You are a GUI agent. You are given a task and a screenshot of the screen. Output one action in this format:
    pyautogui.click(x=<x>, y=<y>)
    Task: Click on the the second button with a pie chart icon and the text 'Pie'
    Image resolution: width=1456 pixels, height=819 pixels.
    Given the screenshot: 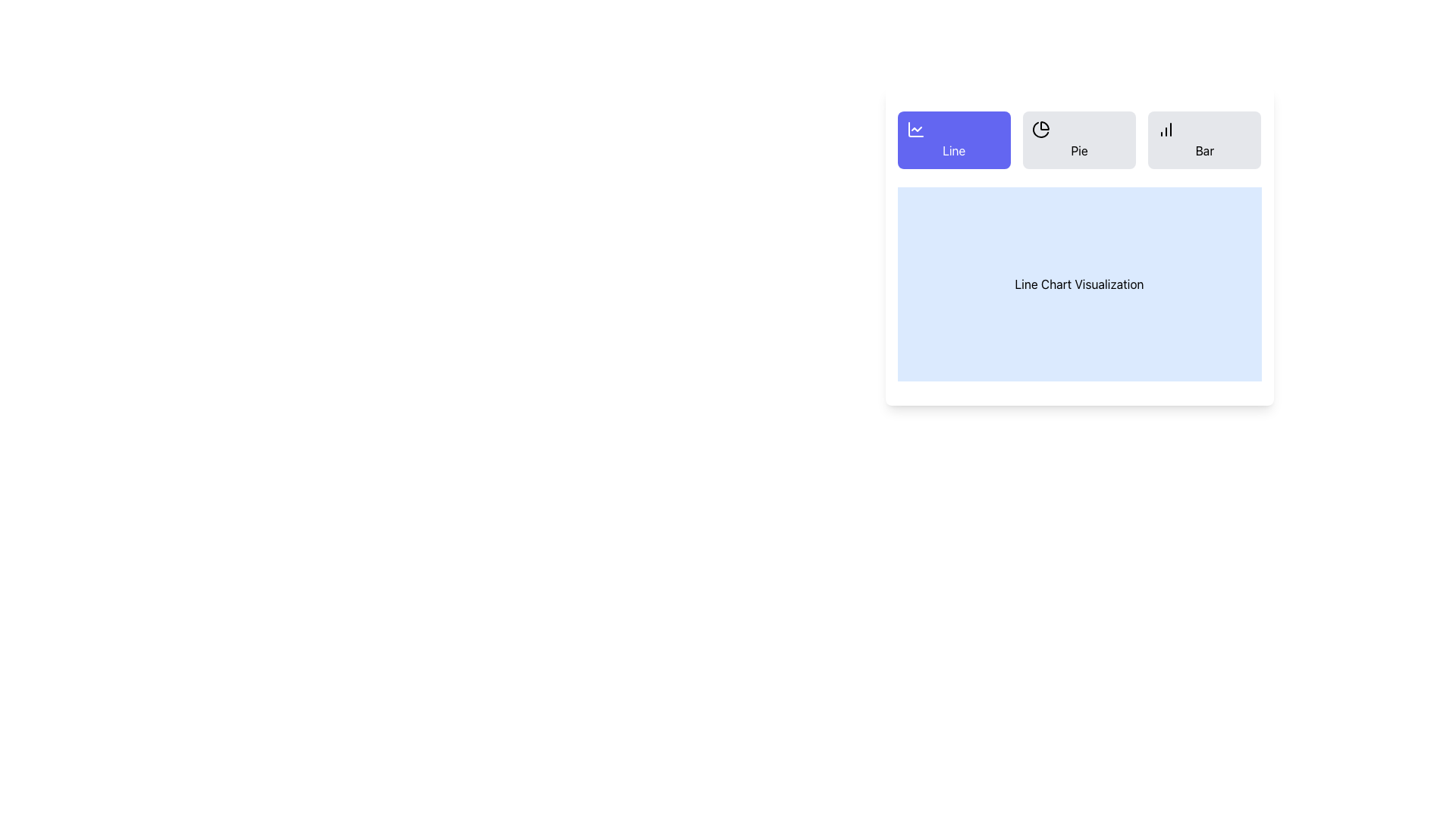 What is the action you would take?
    pyautogui.click(x=1078, y=140)
    